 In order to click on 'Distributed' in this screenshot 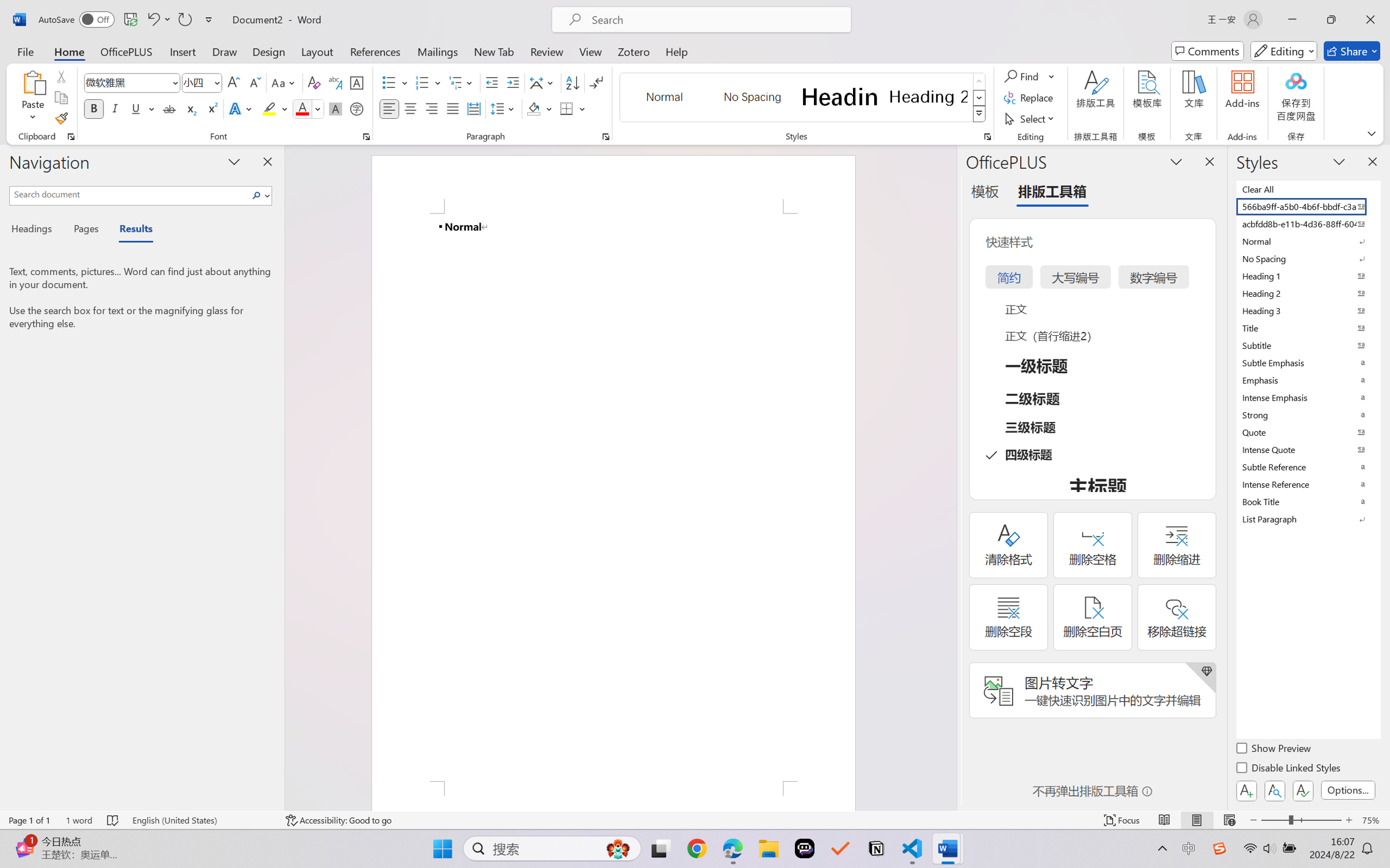, I will do `click(473, 108)`.